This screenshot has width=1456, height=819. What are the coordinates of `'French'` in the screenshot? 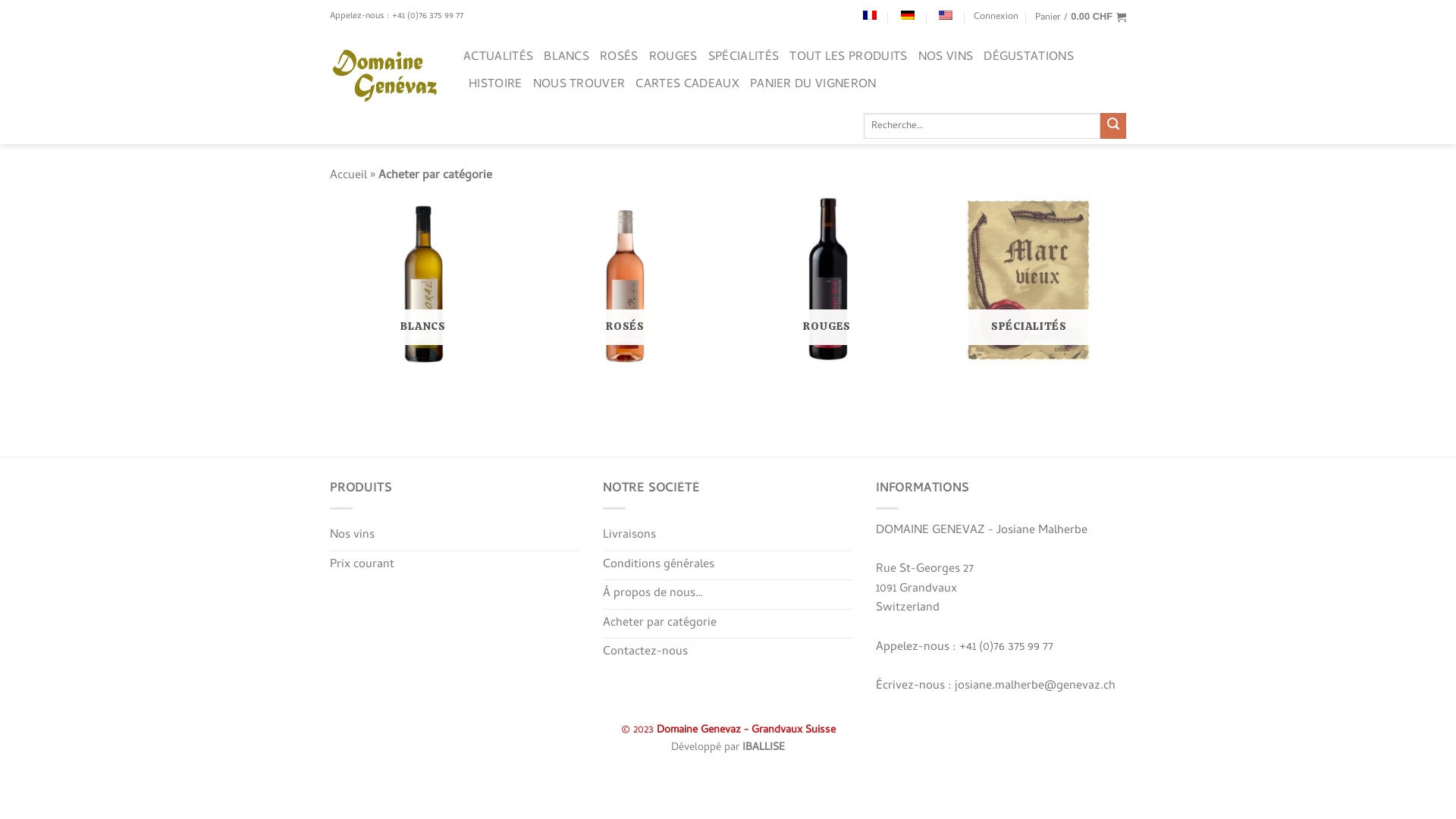 It's located at (862, 14).